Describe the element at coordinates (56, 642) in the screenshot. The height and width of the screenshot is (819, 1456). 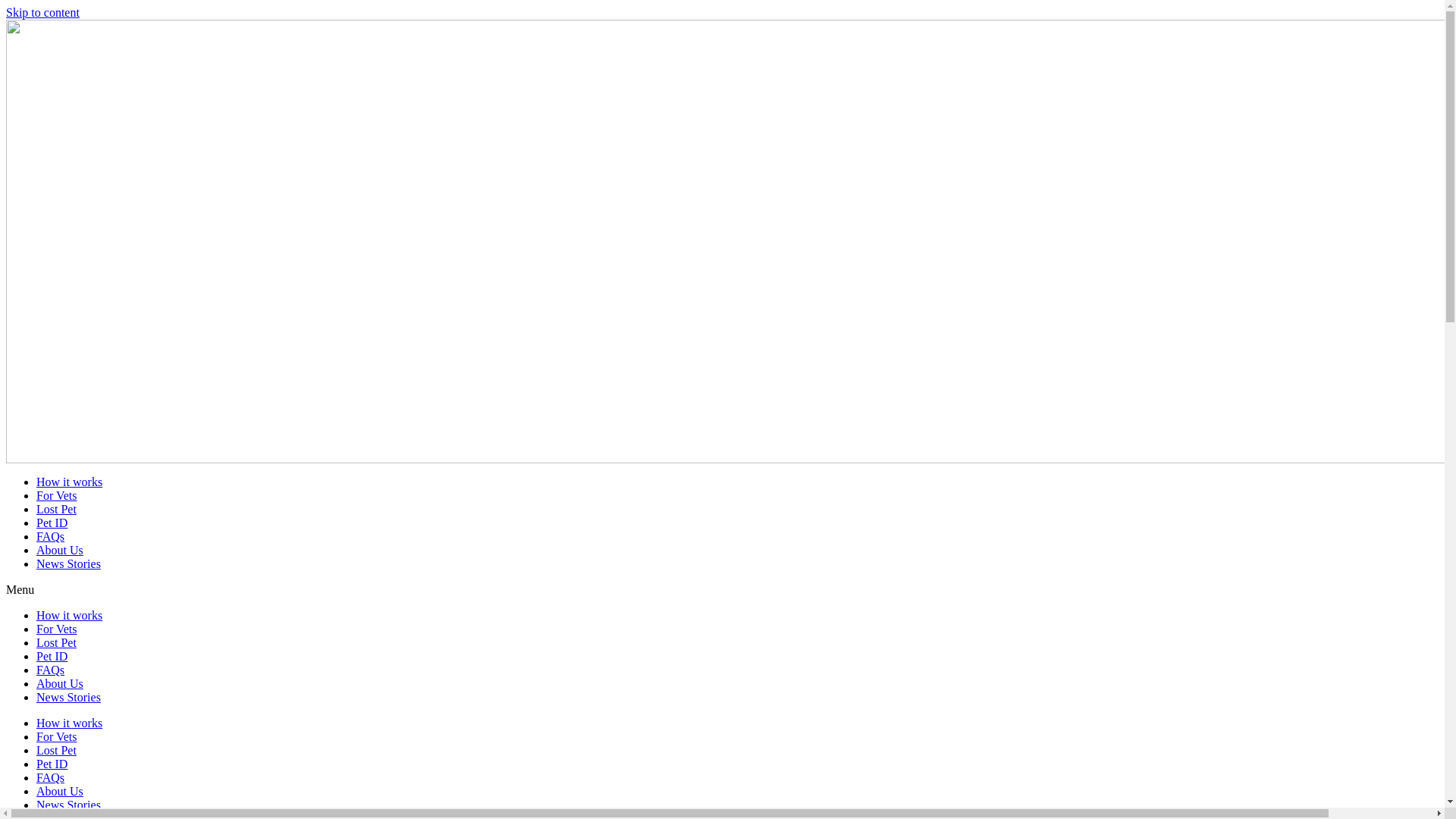
I see `'Lost Pet'` at that location.